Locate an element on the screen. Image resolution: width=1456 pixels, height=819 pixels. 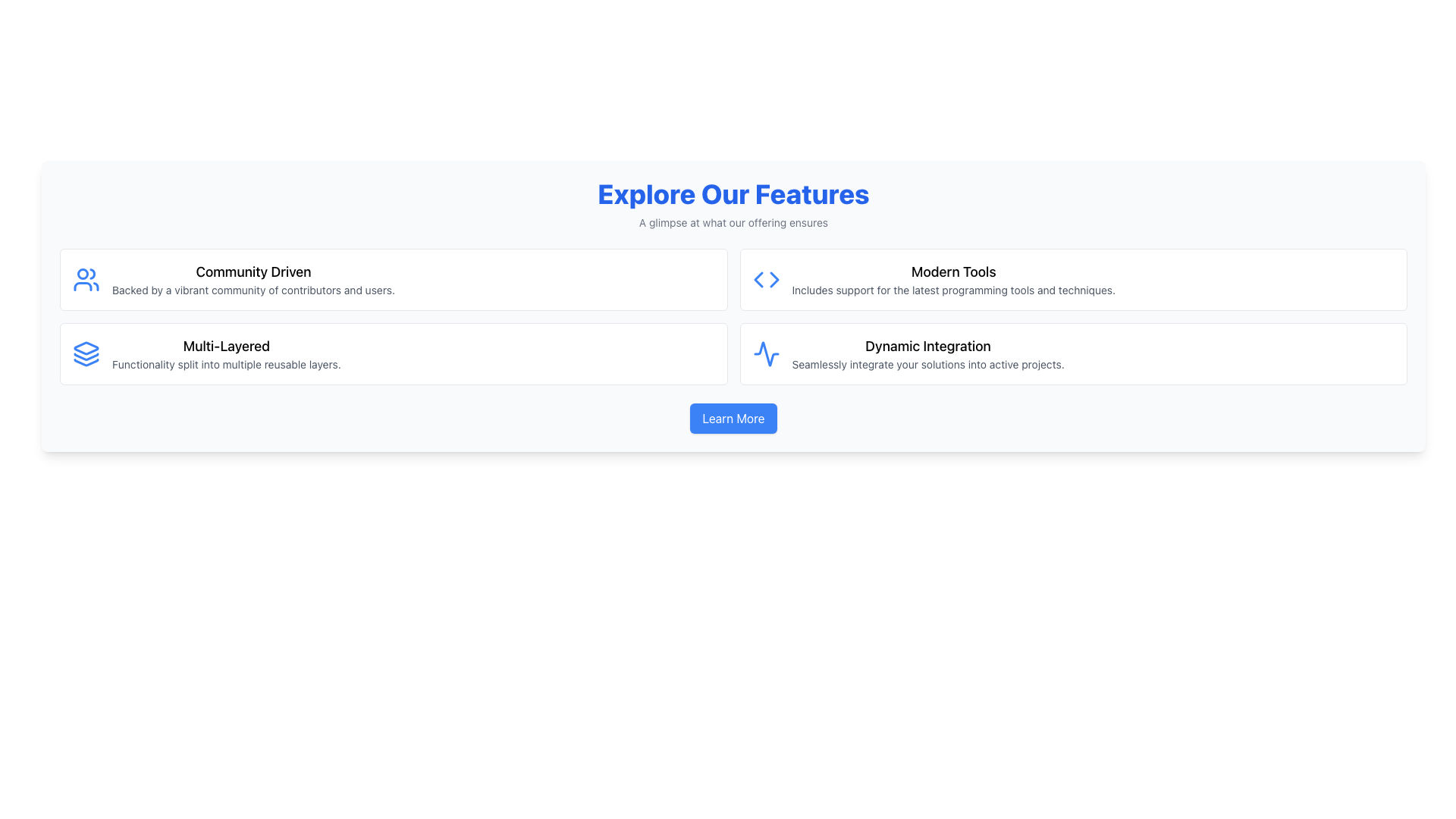
the Text Header element displaying 'Dynamic Integration', which is located in the right column of a two-column grid layout, positioned above a descriptive text is located at coordinates (927, 346).